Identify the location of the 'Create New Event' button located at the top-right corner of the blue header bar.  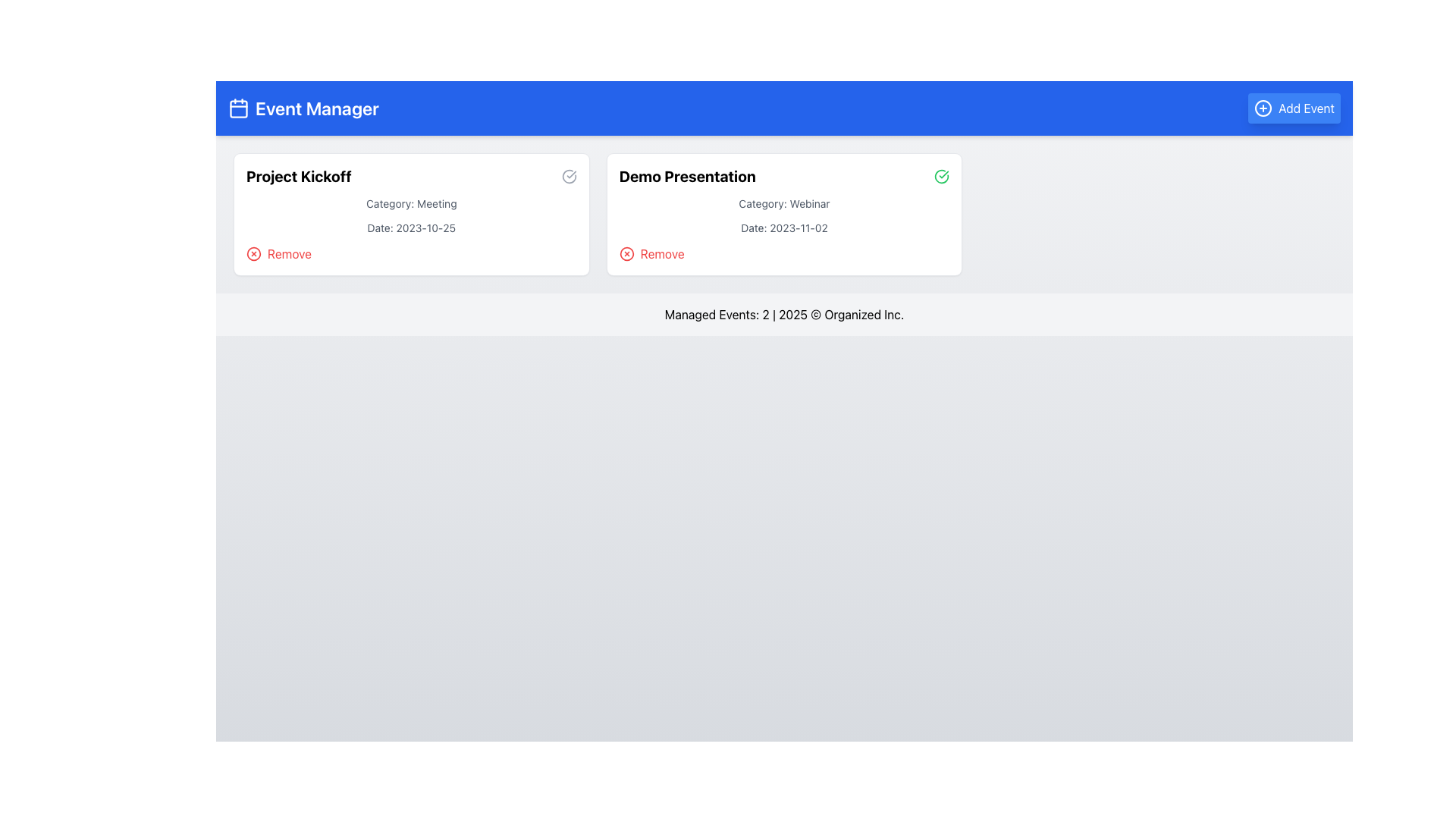
(1294, 107).